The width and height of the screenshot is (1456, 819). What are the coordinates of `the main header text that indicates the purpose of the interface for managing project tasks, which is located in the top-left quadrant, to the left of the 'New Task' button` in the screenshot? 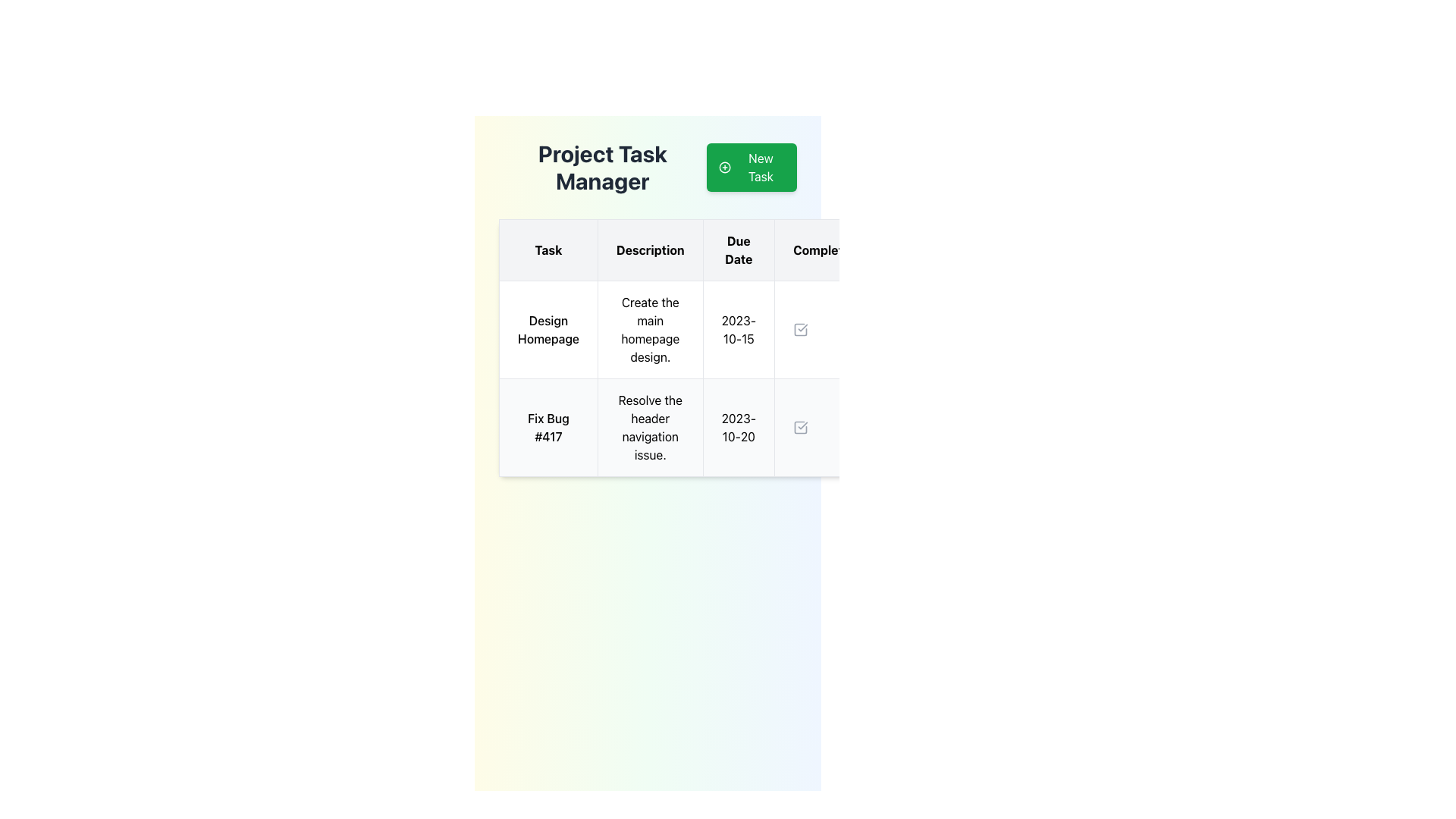 It's located at (601, 167).